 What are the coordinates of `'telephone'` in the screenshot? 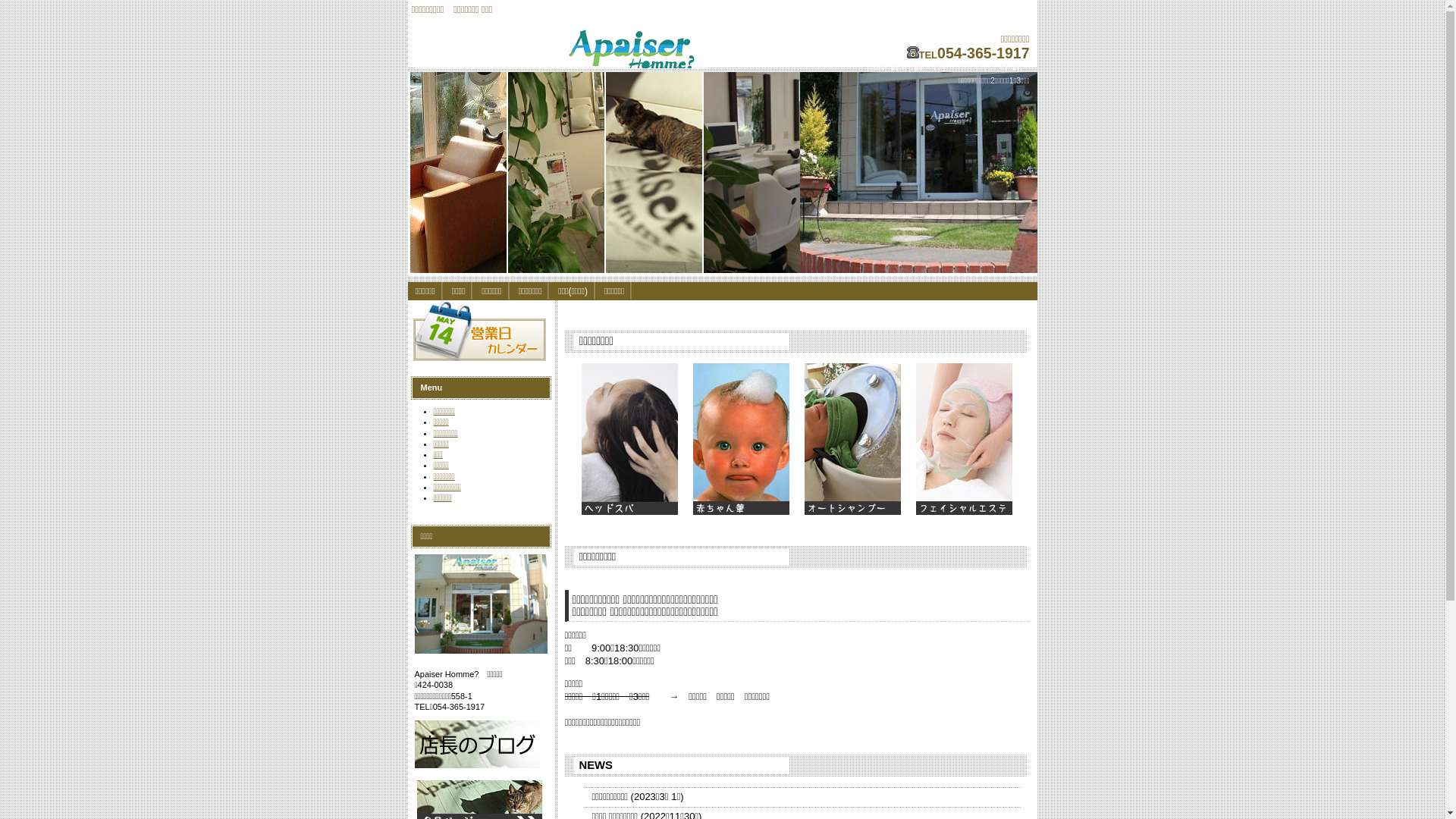 It's located at (906, 52).